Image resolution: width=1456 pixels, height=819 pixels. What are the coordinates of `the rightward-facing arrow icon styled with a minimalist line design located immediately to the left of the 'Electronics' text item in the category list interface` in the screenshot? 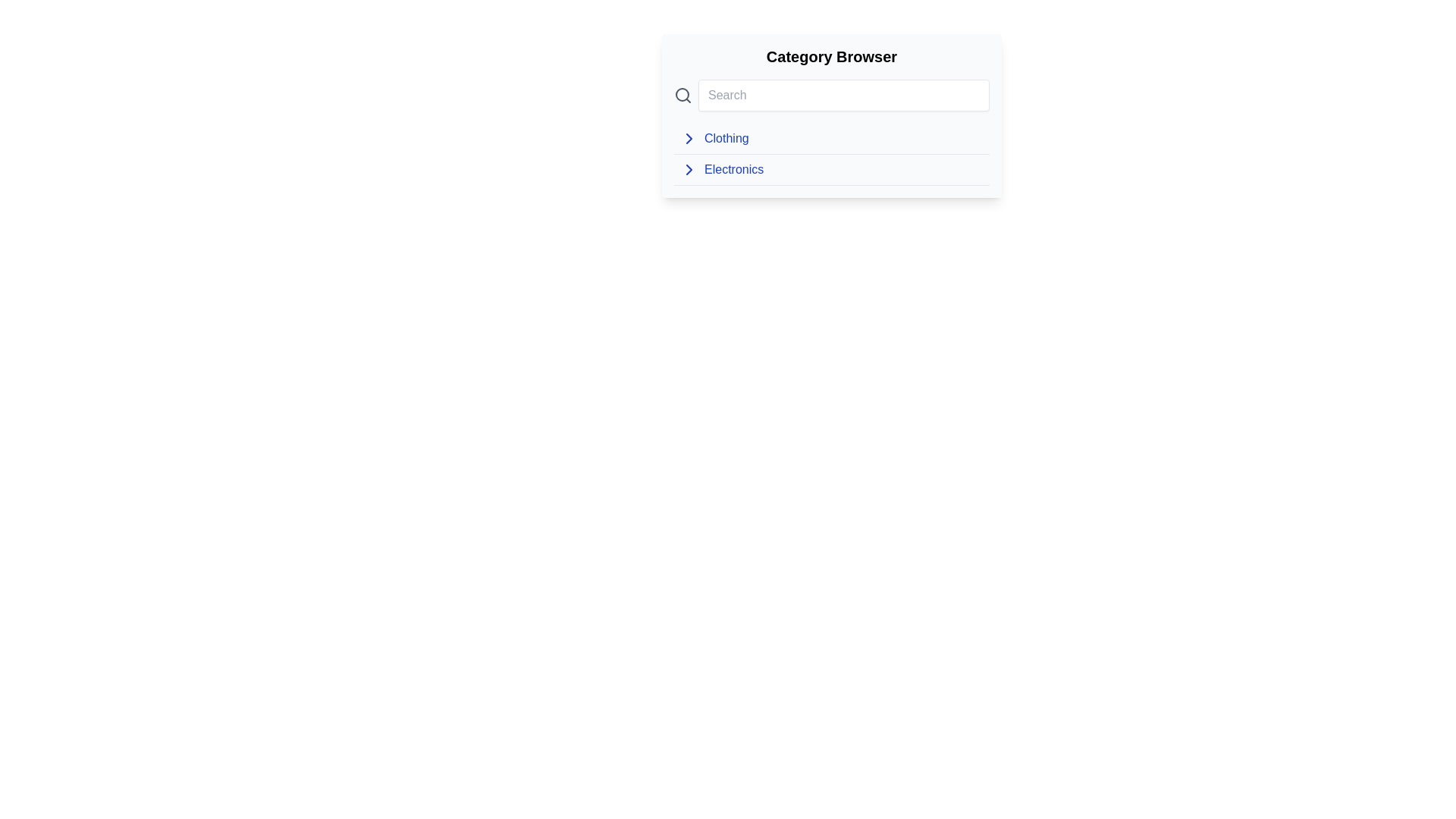 It's located at (688, 169).